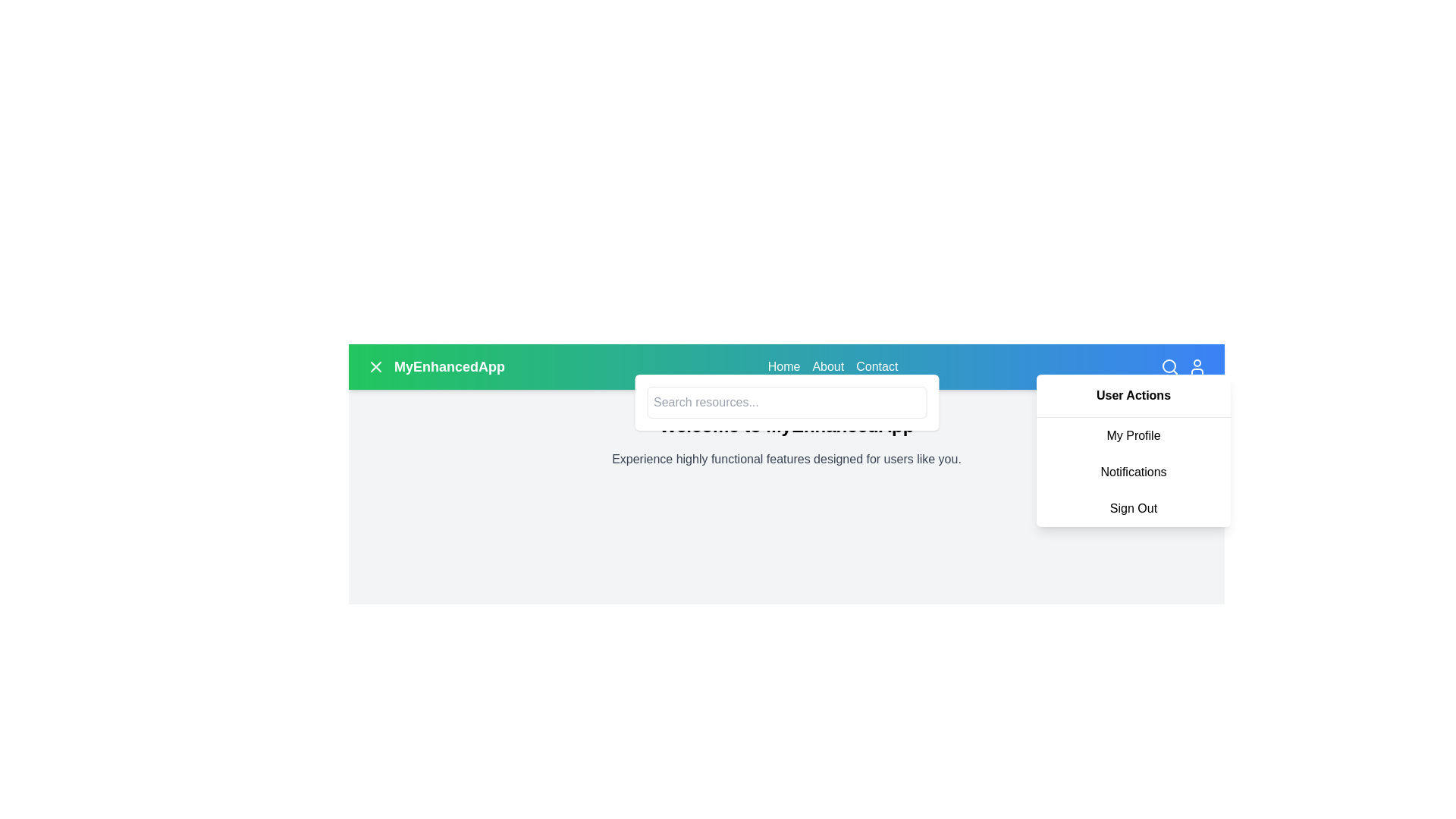 This screenshot has width=1456, height=819. What do you see at coordinates (1182, 366) in the screenshot?
I see `the user profile icon located at the top-right corner of the navigation bar` at bounding box center [1182, 366].